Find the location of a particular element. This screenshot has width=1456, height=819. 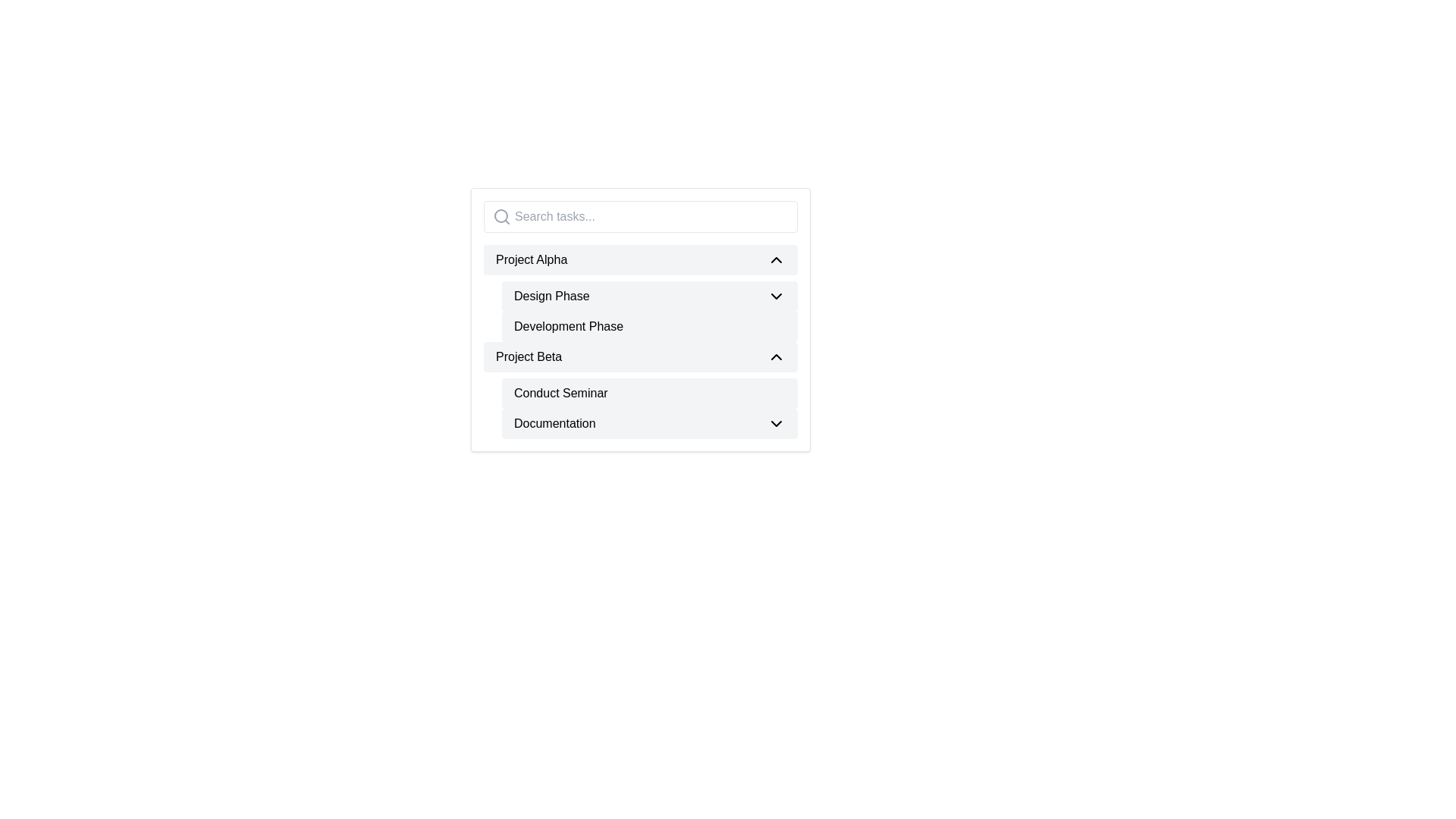

the static text label 'Development Phase' which is the second entry under the 'Design Phase' subsection in the 'Project Alpha' list is located at coordinates (568, 326).